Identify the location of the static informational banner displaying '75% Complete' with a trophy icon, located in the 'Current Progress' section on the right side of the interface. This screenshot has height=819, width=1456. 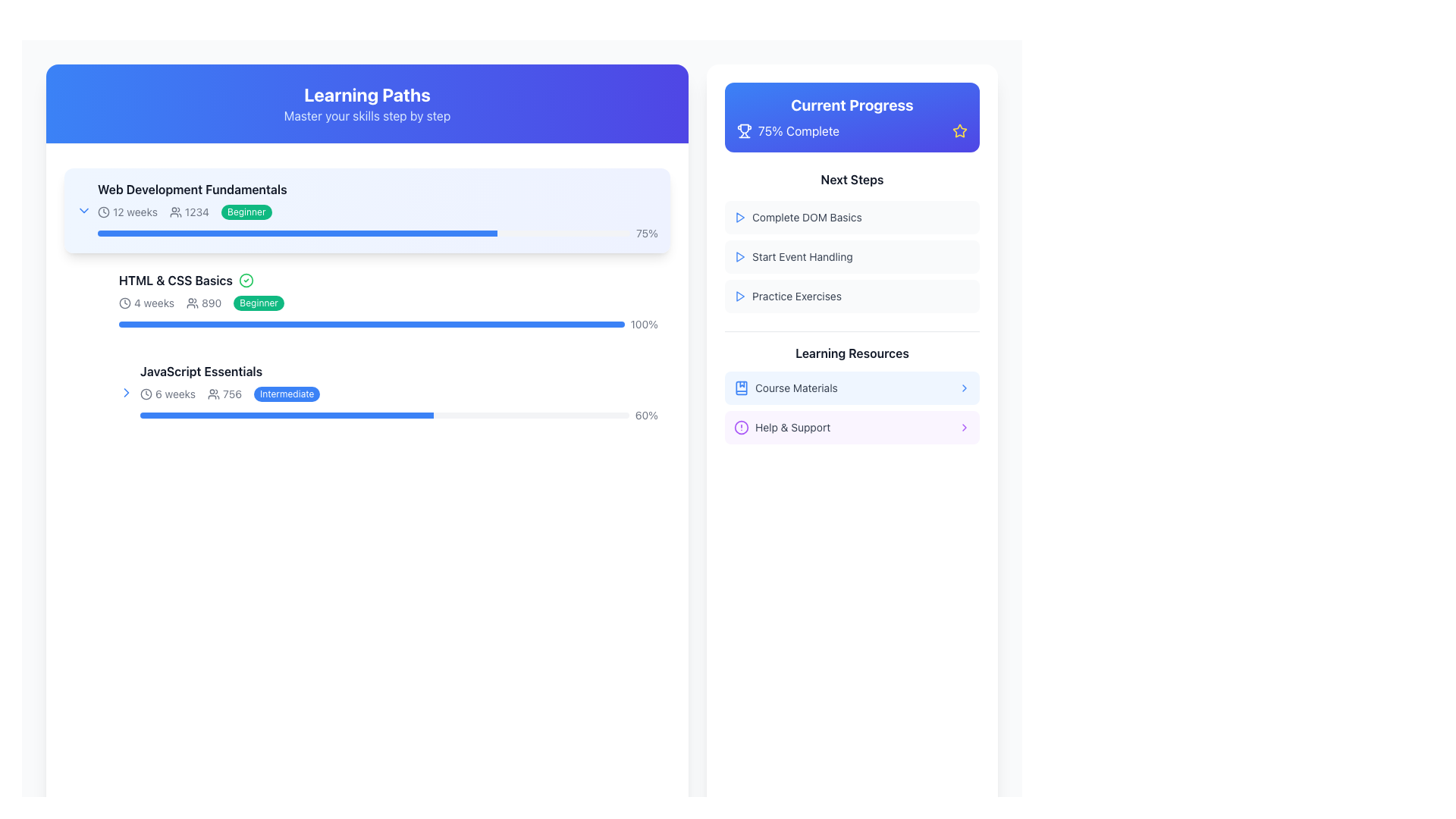
(788, 130).